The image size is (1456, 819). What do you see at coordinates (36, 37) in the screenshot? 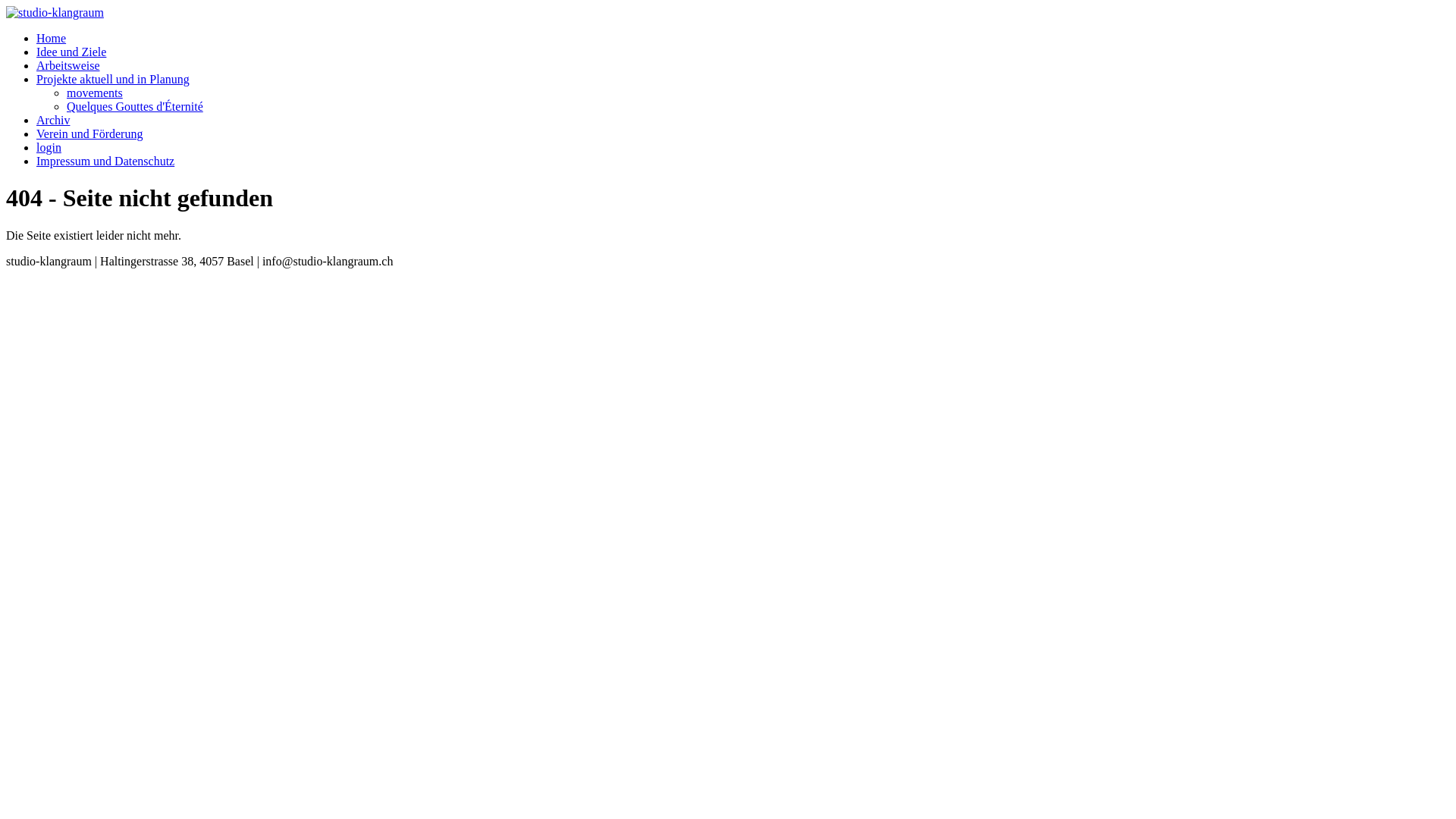
I see `'Home'` at bounding box center [36, 37].